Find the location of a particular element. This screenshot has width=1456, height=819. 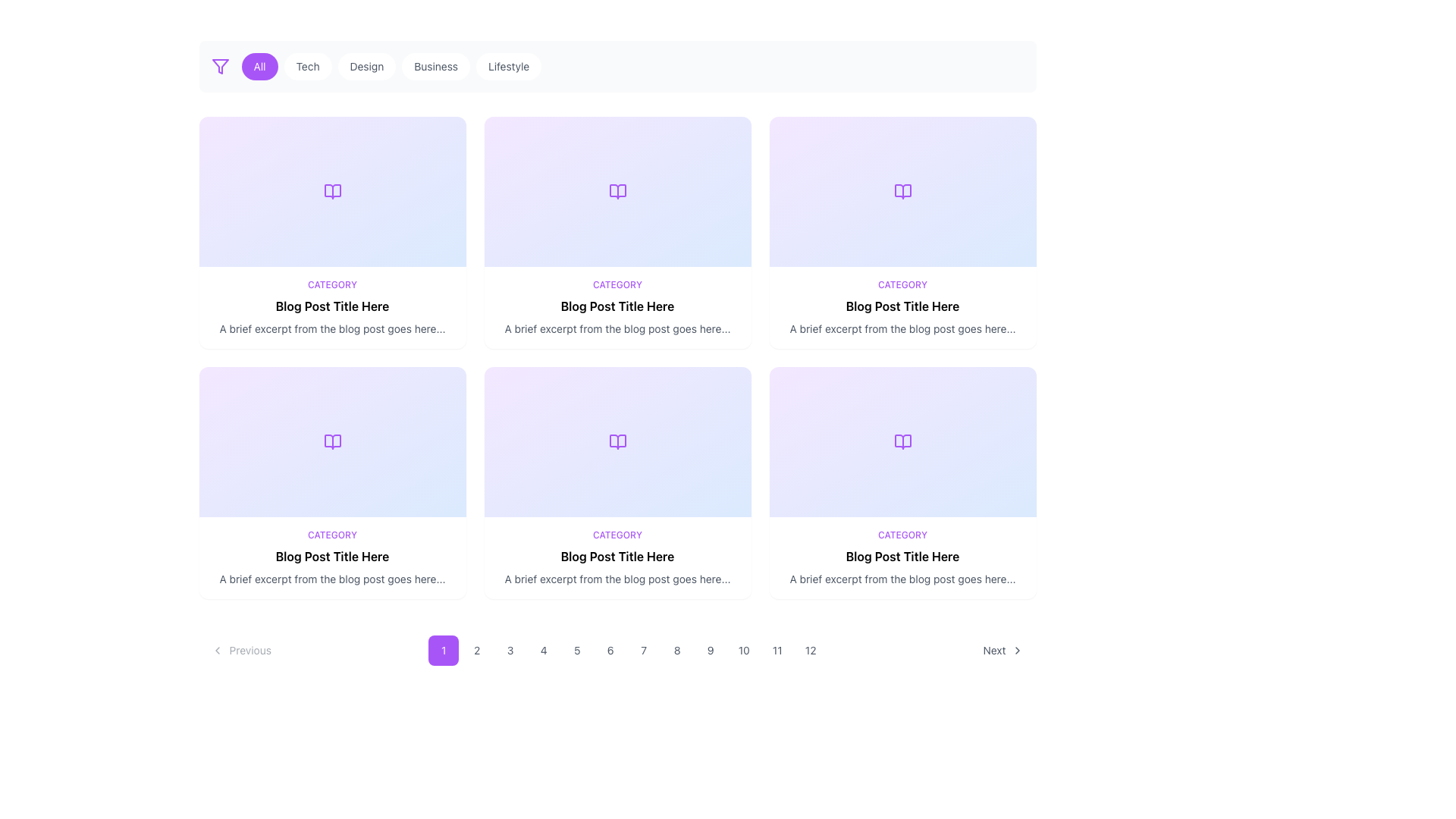

the decorative icon in the upper-left card of the grid layout, which represents content related to reading or literature is located at coordinates (331, 191).